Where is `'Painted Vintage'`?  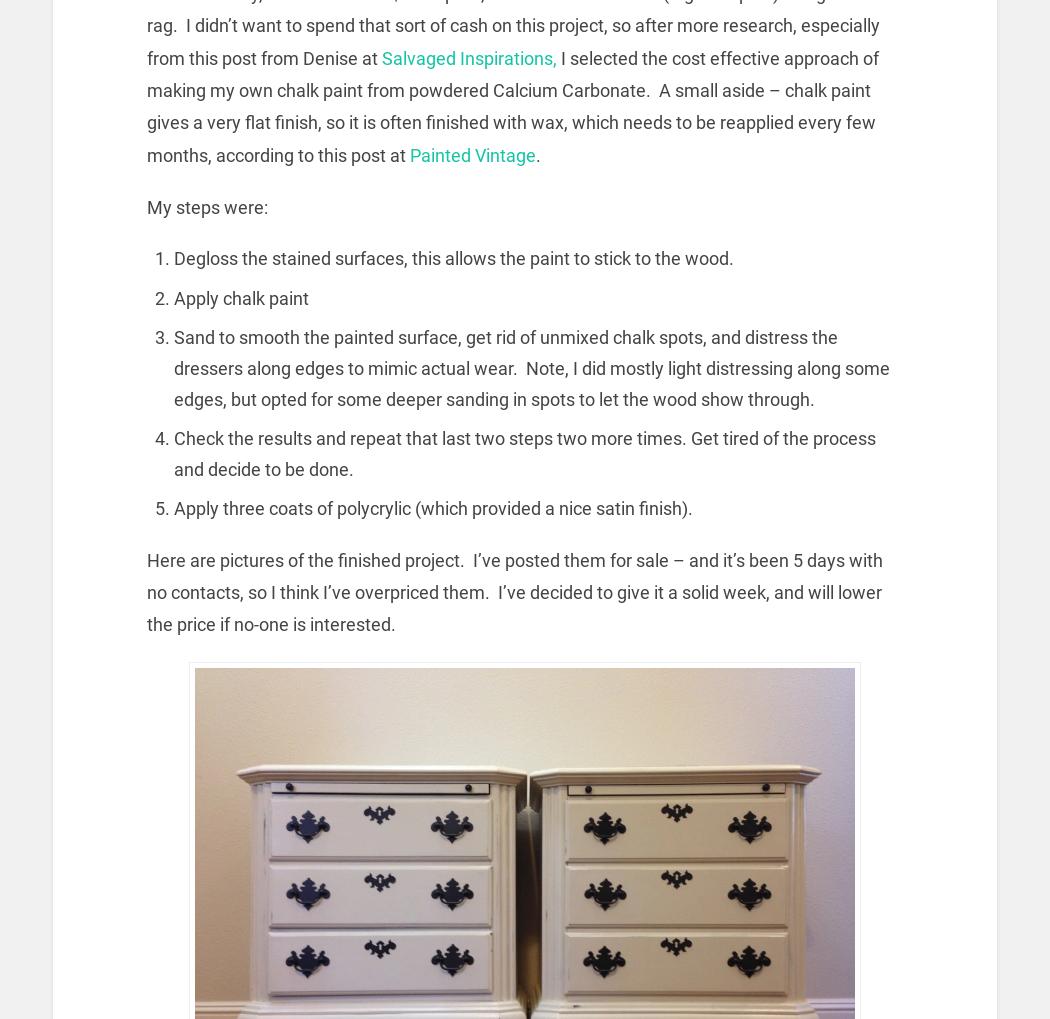
'Painted Vintage' is located at coordinates (473, 154).